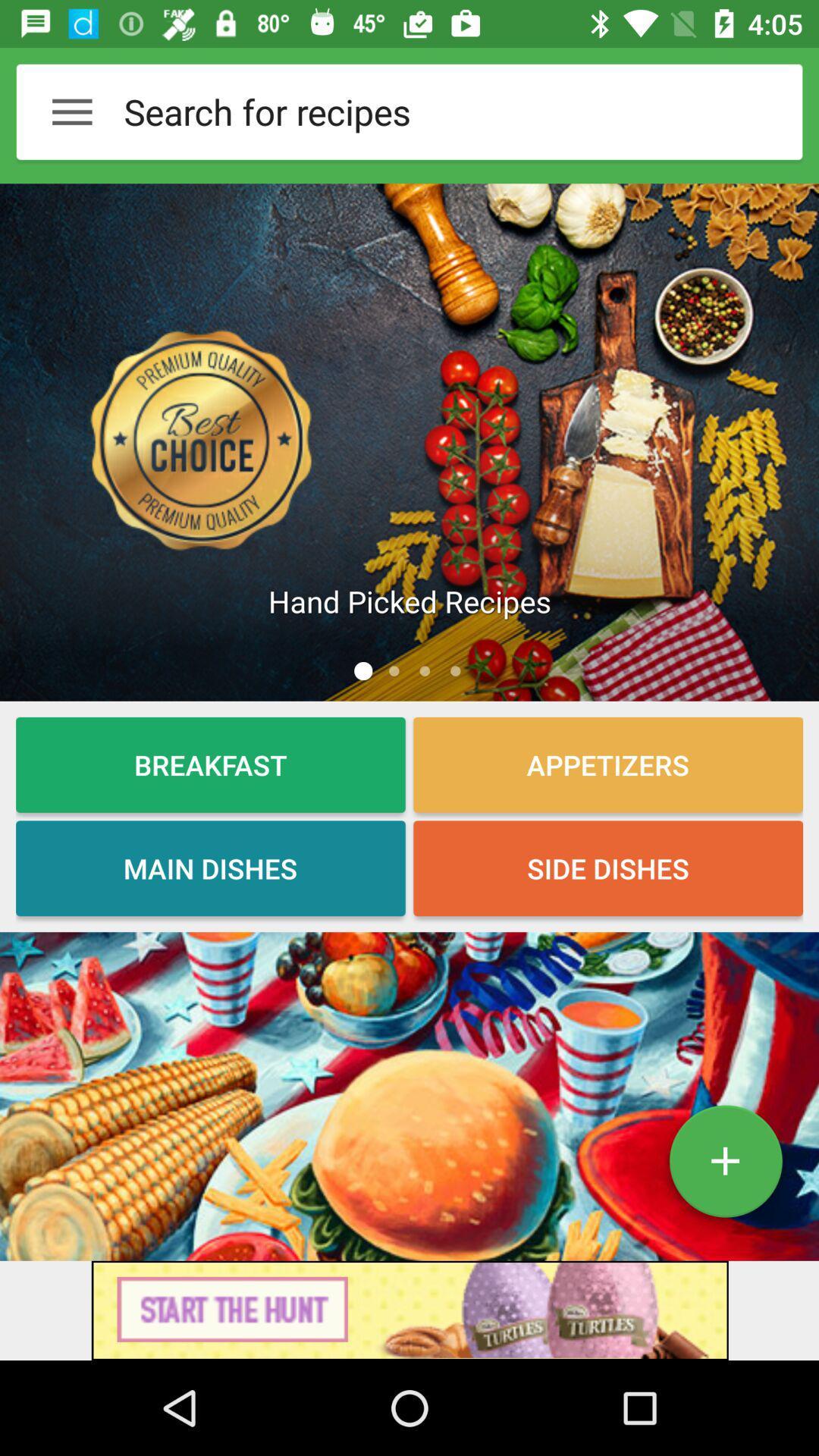 The width and height of the screenshot is (819, 1456). What do you see at coordinates (724, 1166) in the screenshot?
I see `dish` at bounding box center [724, 1166].